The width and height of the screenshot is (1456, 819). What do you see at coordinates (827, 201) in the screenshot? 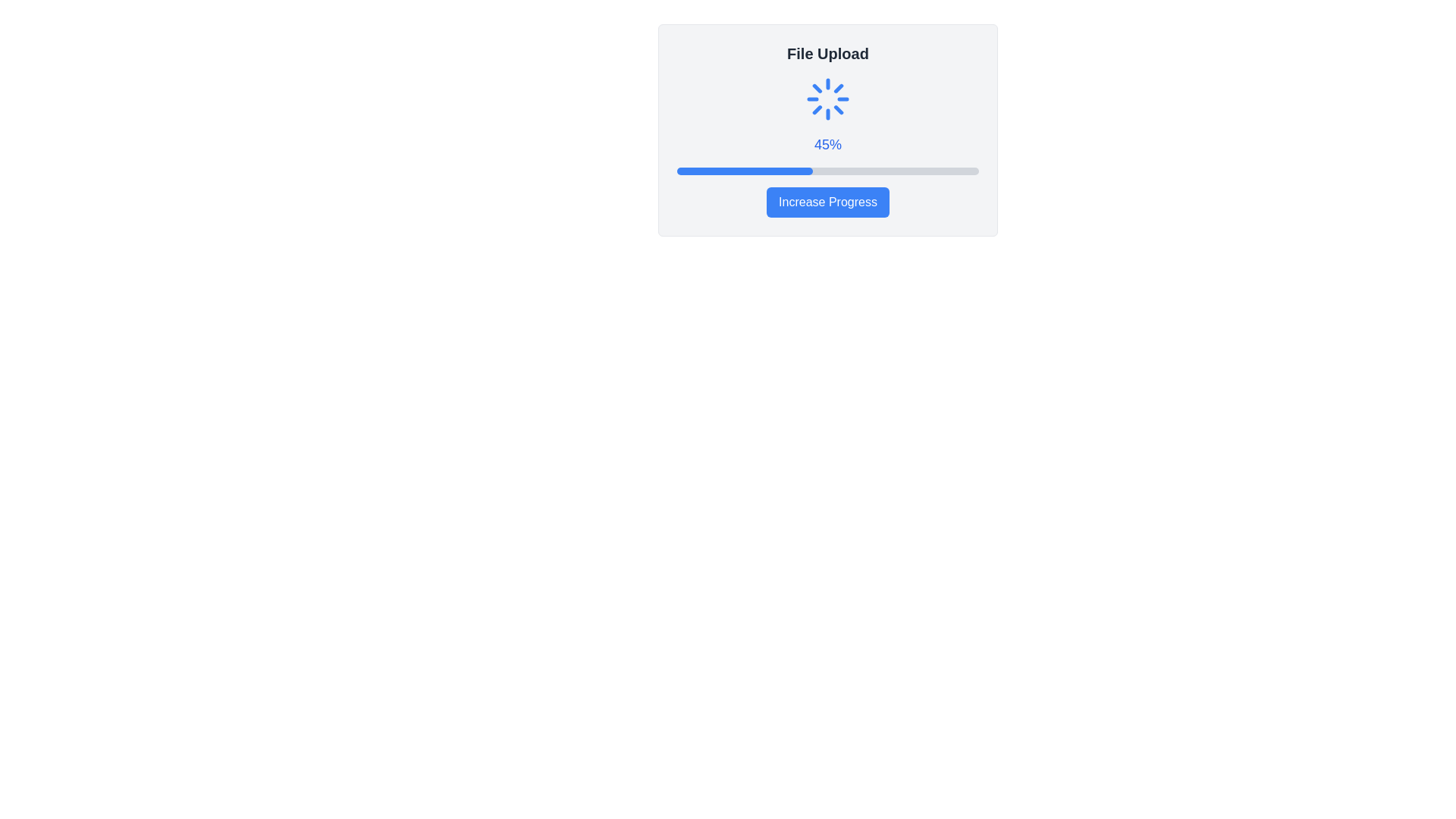
I see `the rectangular blue button labeled 'Increase Progress'` at bounding box center [827, 201].